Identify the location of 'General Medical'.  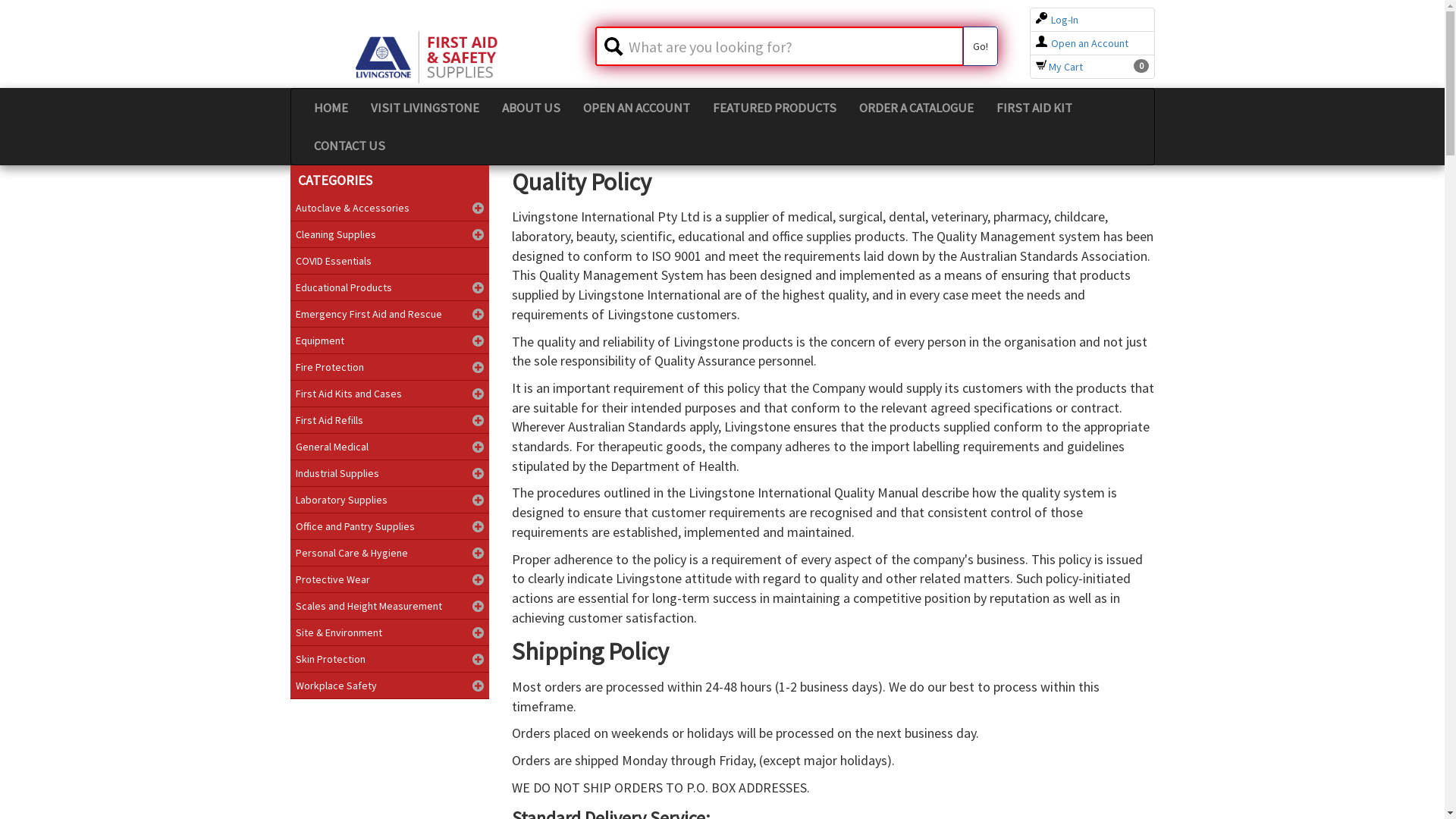
(389, 446).